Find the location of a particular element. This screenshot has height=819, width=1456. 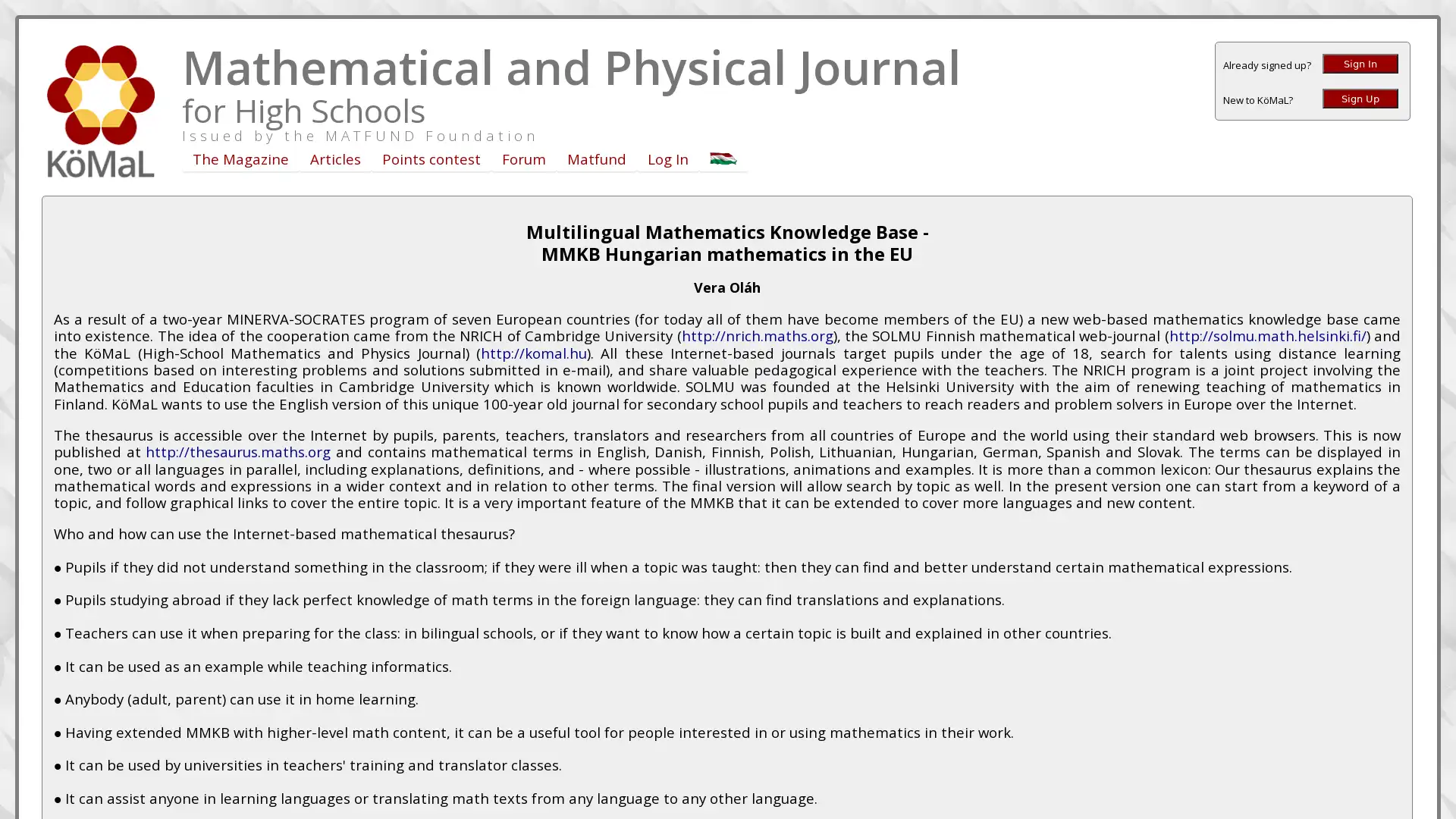

Sign Up is located at coordinates (1360, 99).